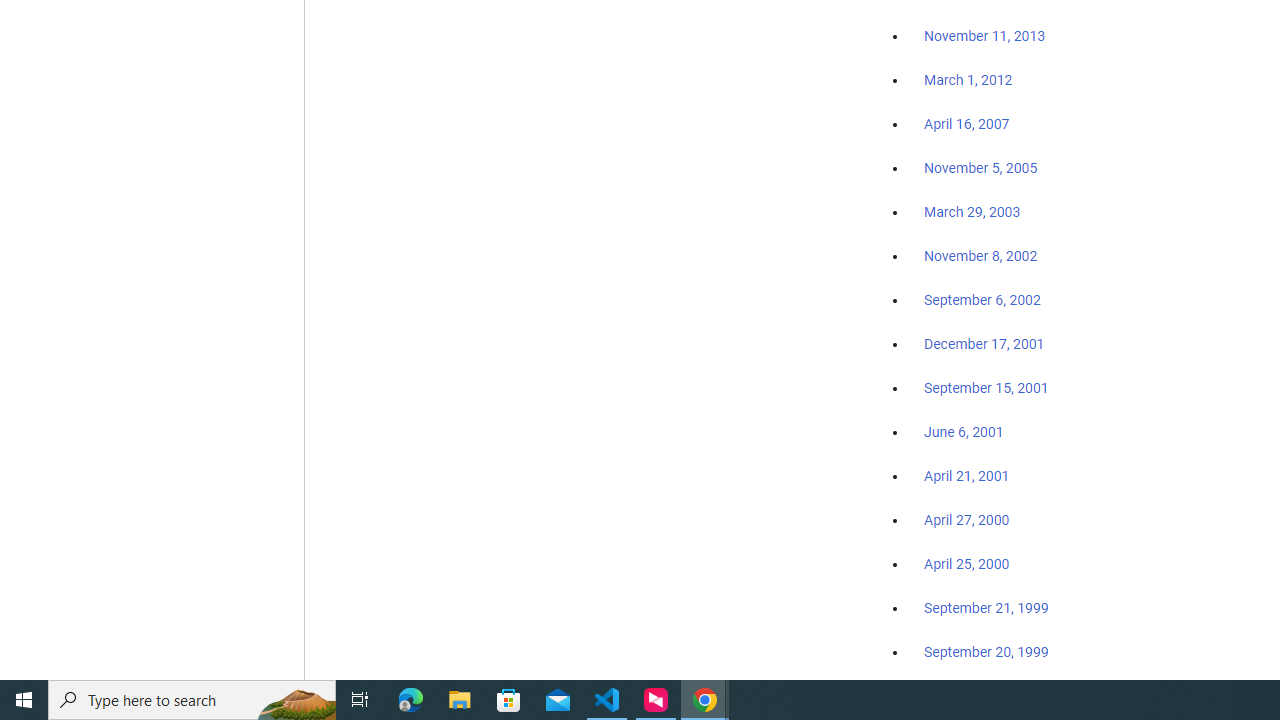  What do you see at coordinates (981, 255) in the screenshot?
I see `'November 8, 2002'` at bounding box center [981, 255].